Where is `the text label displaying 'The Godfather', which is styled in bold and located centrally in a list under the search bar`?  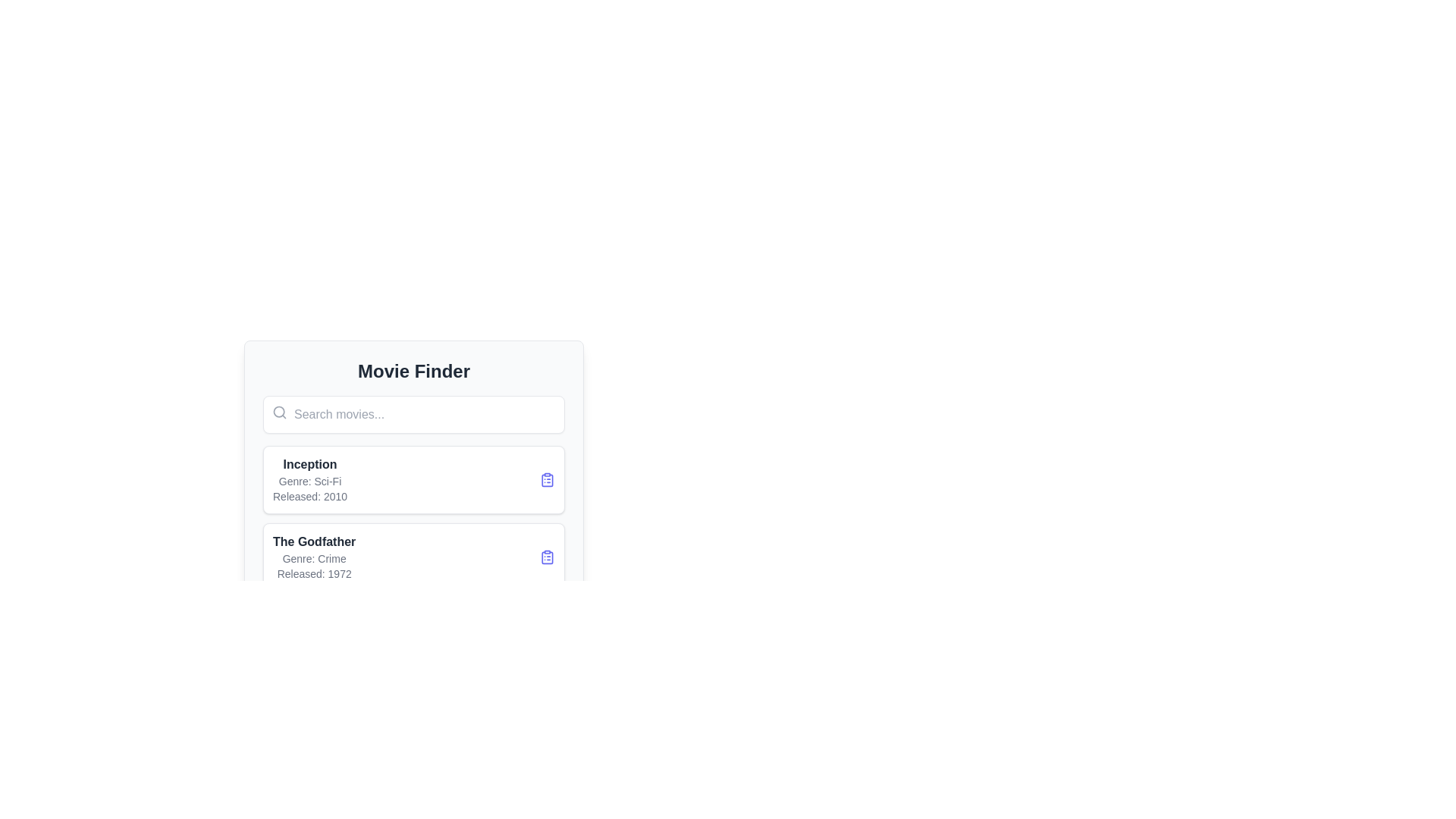
the text label displaying 'The Godfather', which is styled in bold and located centrally in a list under the search bar is located at coordinates (313, 541).